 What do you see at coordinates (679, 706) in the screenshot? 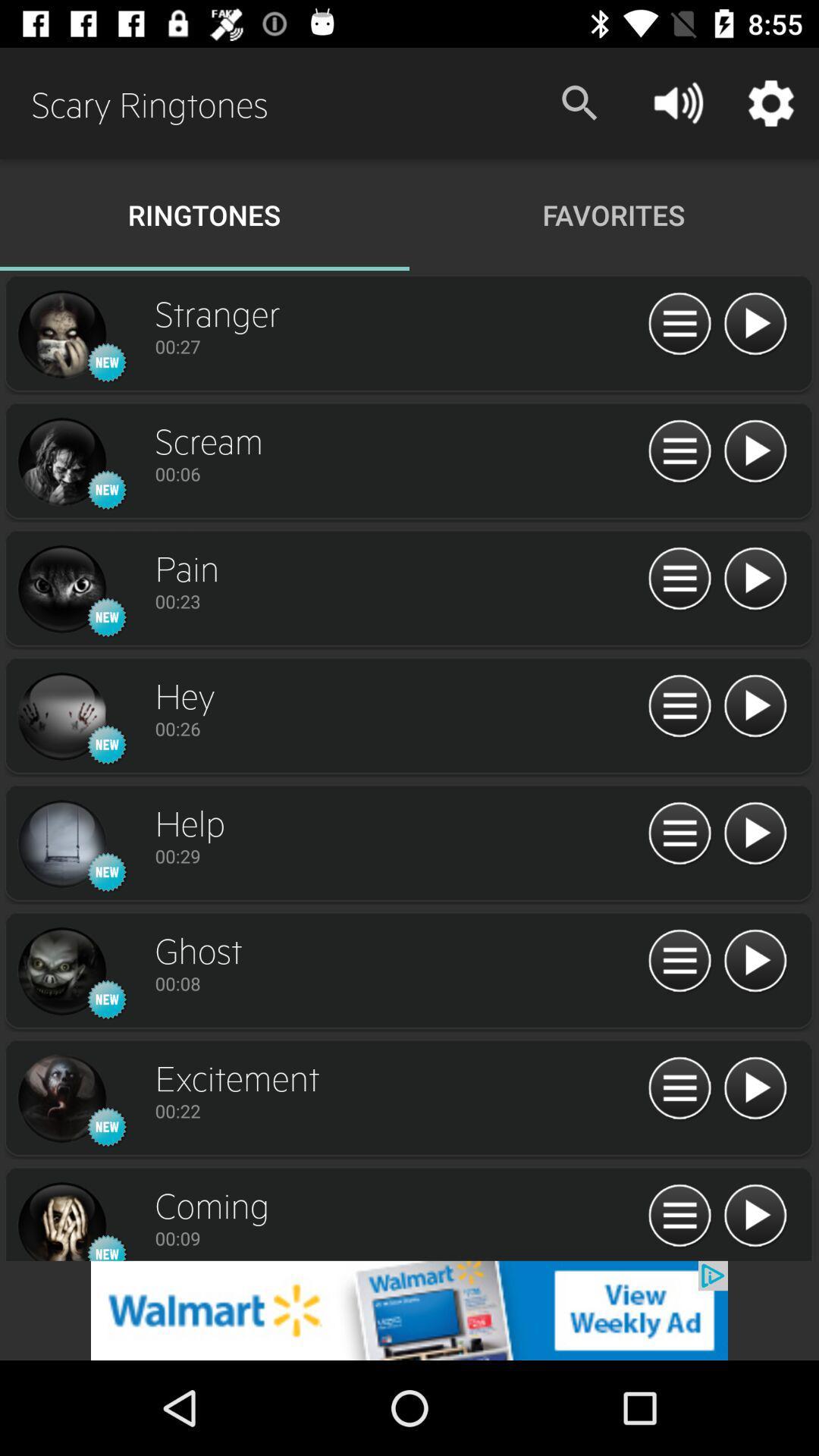
I see `menu` at bounding box center [679, 706].